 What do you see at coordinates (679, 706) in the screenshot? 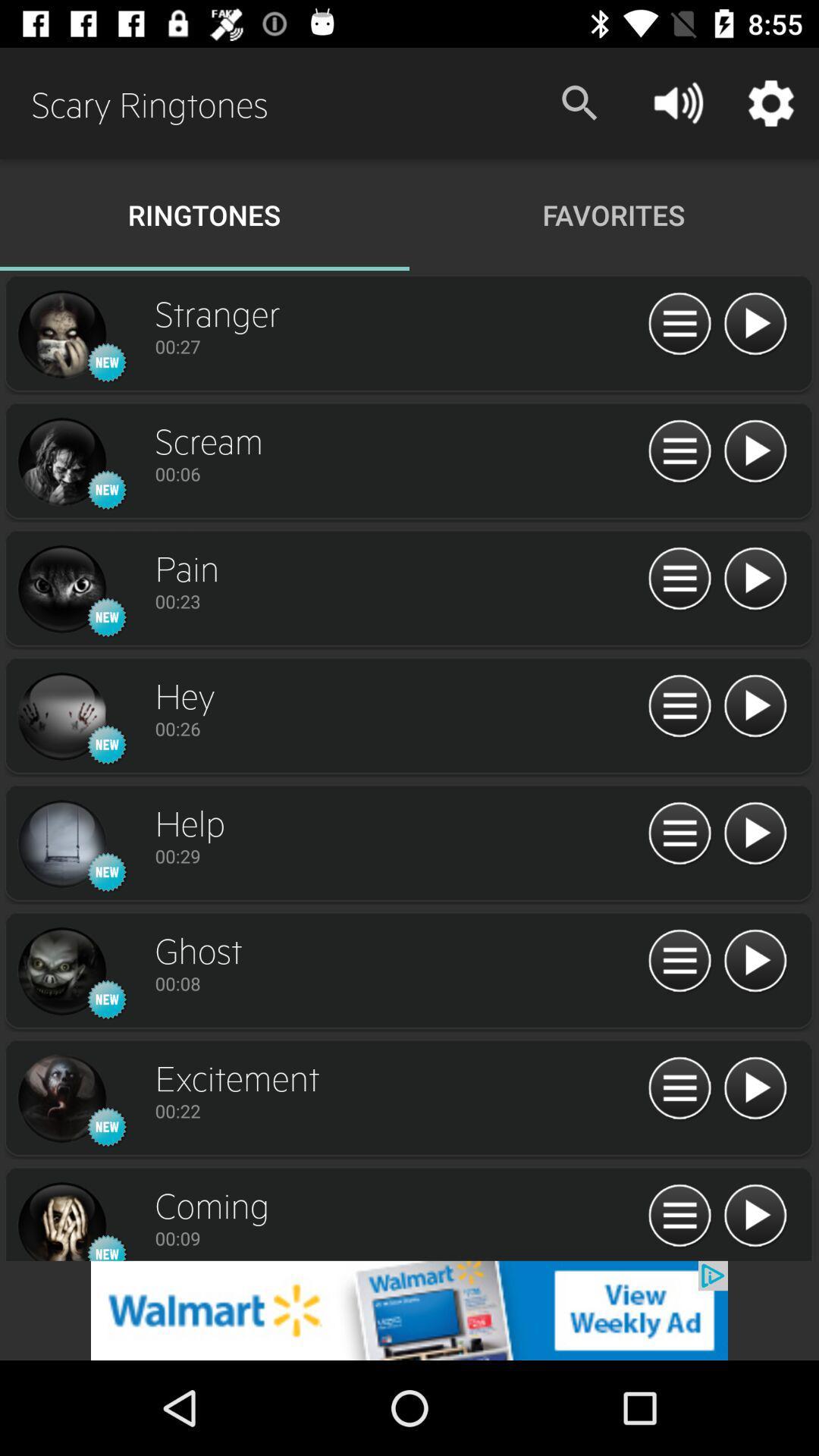
I see `menu` at bounding box center [679, 706].